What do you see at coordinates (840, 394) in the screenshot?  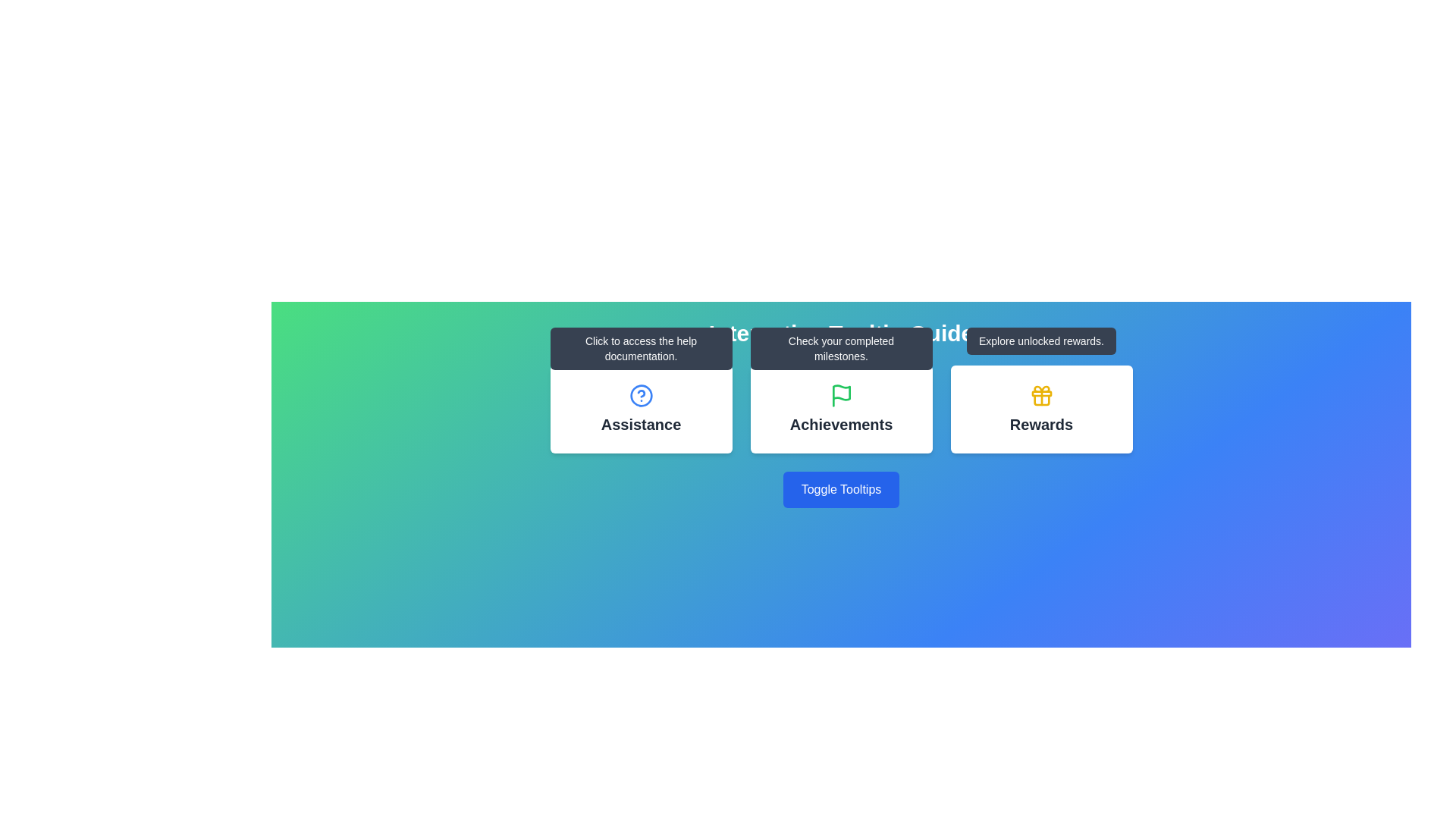 I see `the green flag icon, which is positioned centrally in the achievements section, above the title 'Achievements' and below the tooltip text 'Check your completed milestones.'` at bounding box center [840, 394].